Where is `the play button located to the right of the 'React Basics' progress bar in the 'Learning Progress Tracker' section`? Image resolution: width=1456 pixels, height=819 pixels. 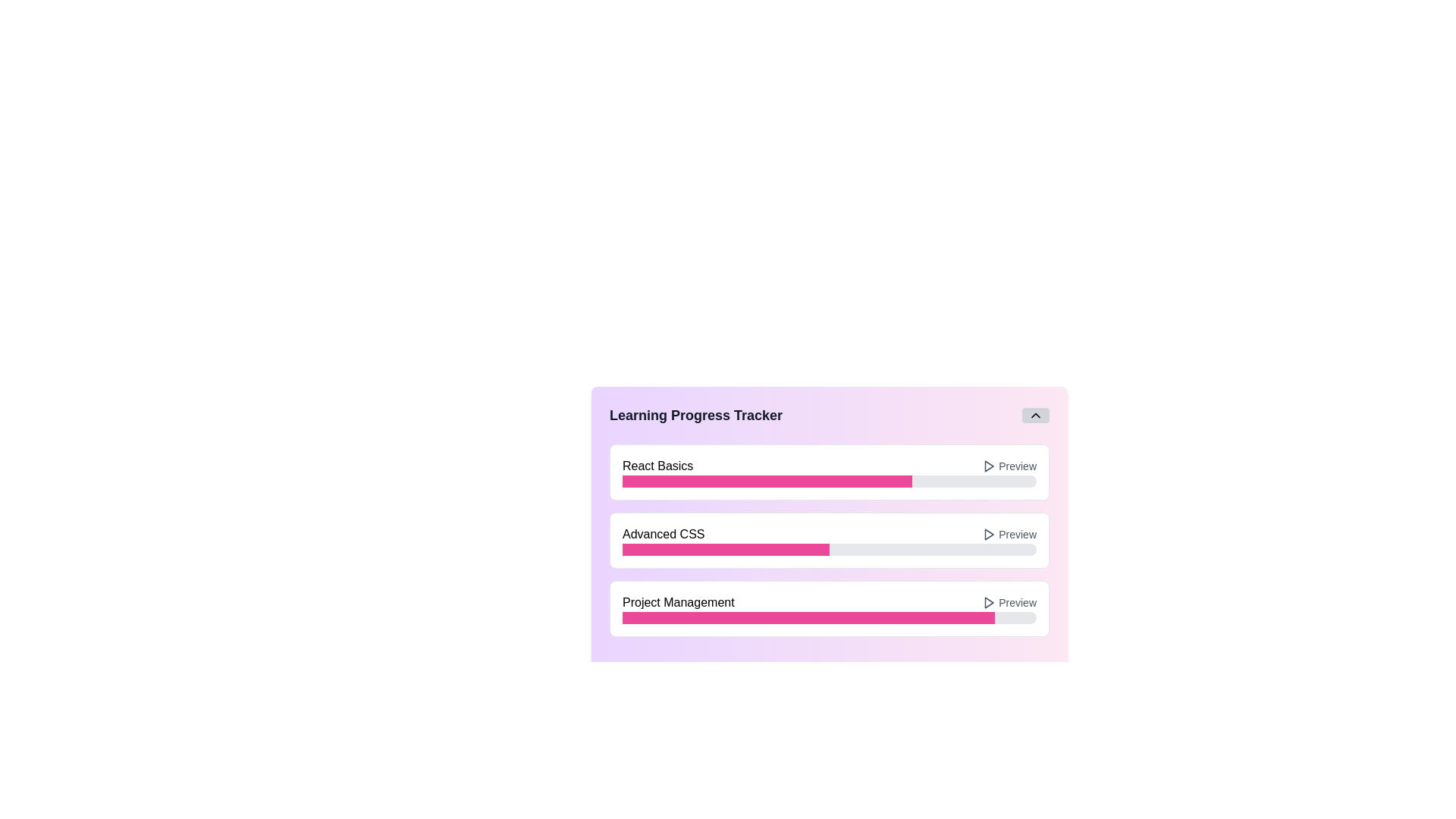
the play button located to the right of the 'React Basics' progress bar in the 'Learning Progress Tracker' section is located at coordinates (989, 465).